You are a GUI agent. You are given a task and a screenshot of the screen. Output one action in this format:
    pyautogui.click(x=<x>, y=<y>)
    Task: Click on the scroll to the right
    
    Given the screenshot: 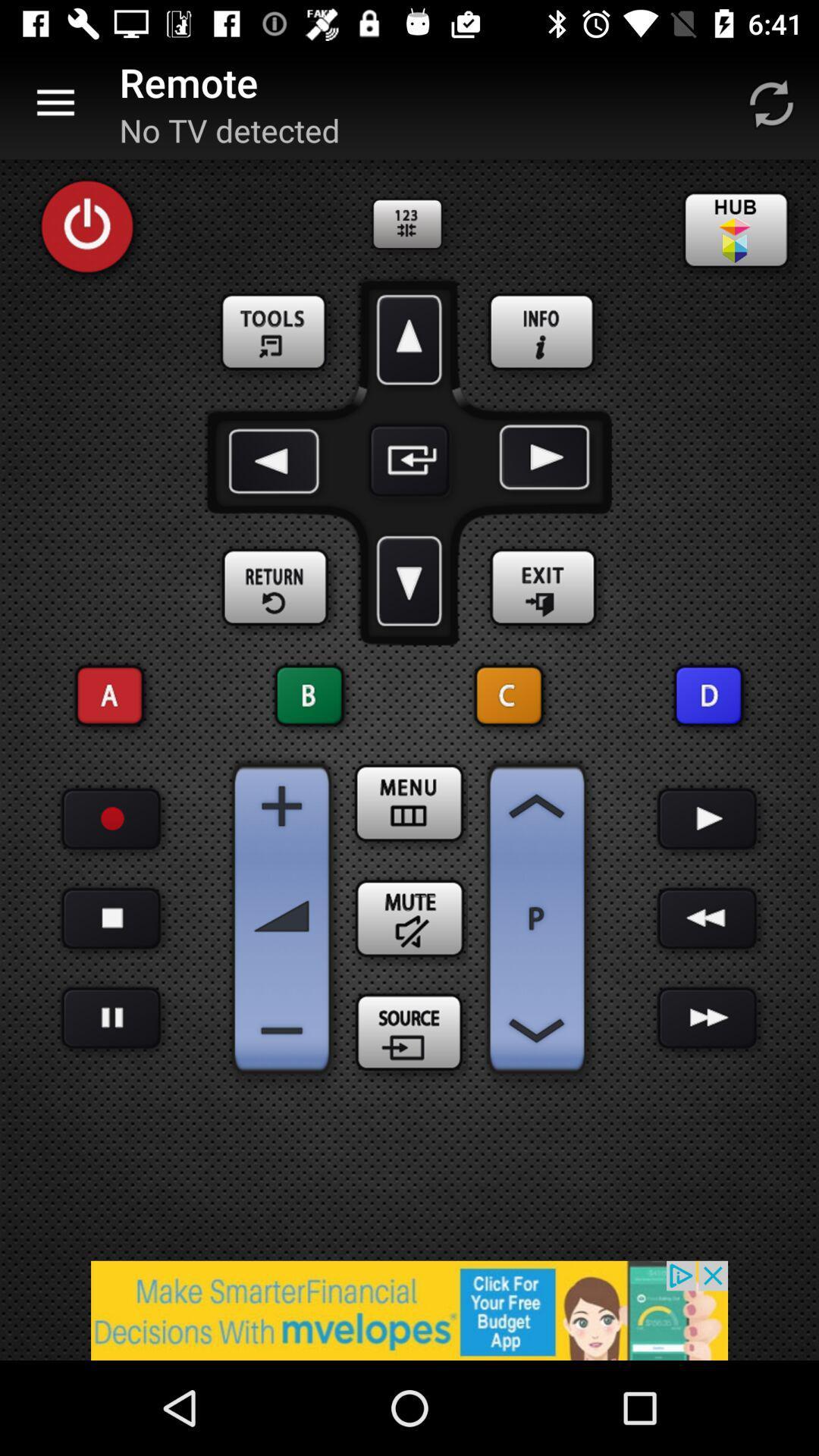 What is the action you would take?
    pyautogui.click(x=541, y=460)
    